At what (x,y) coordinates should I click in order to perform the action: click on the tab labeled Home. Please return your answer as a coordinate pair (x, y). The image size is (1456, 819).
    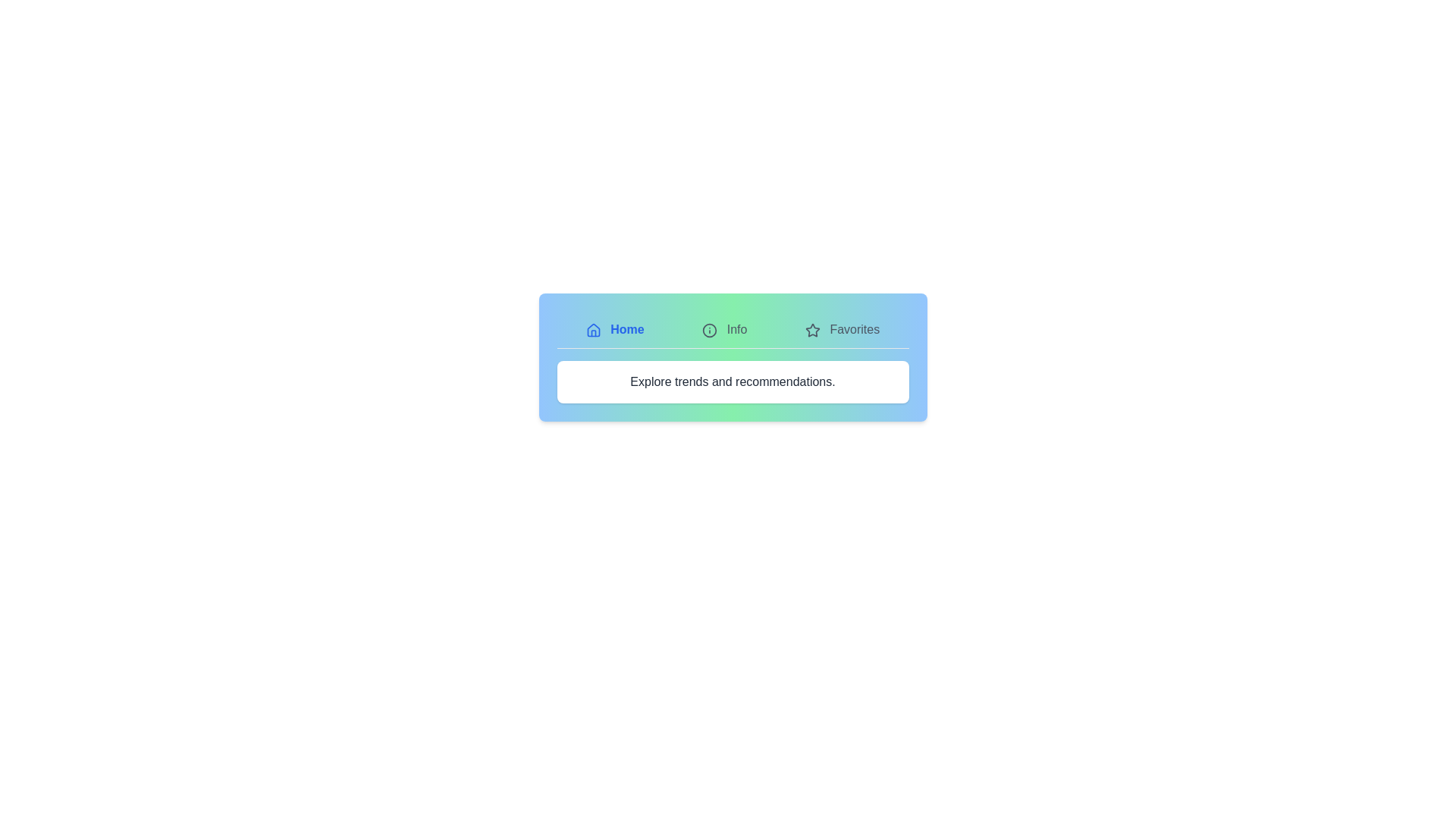
    Looking at the image, I should click on (615, 329).